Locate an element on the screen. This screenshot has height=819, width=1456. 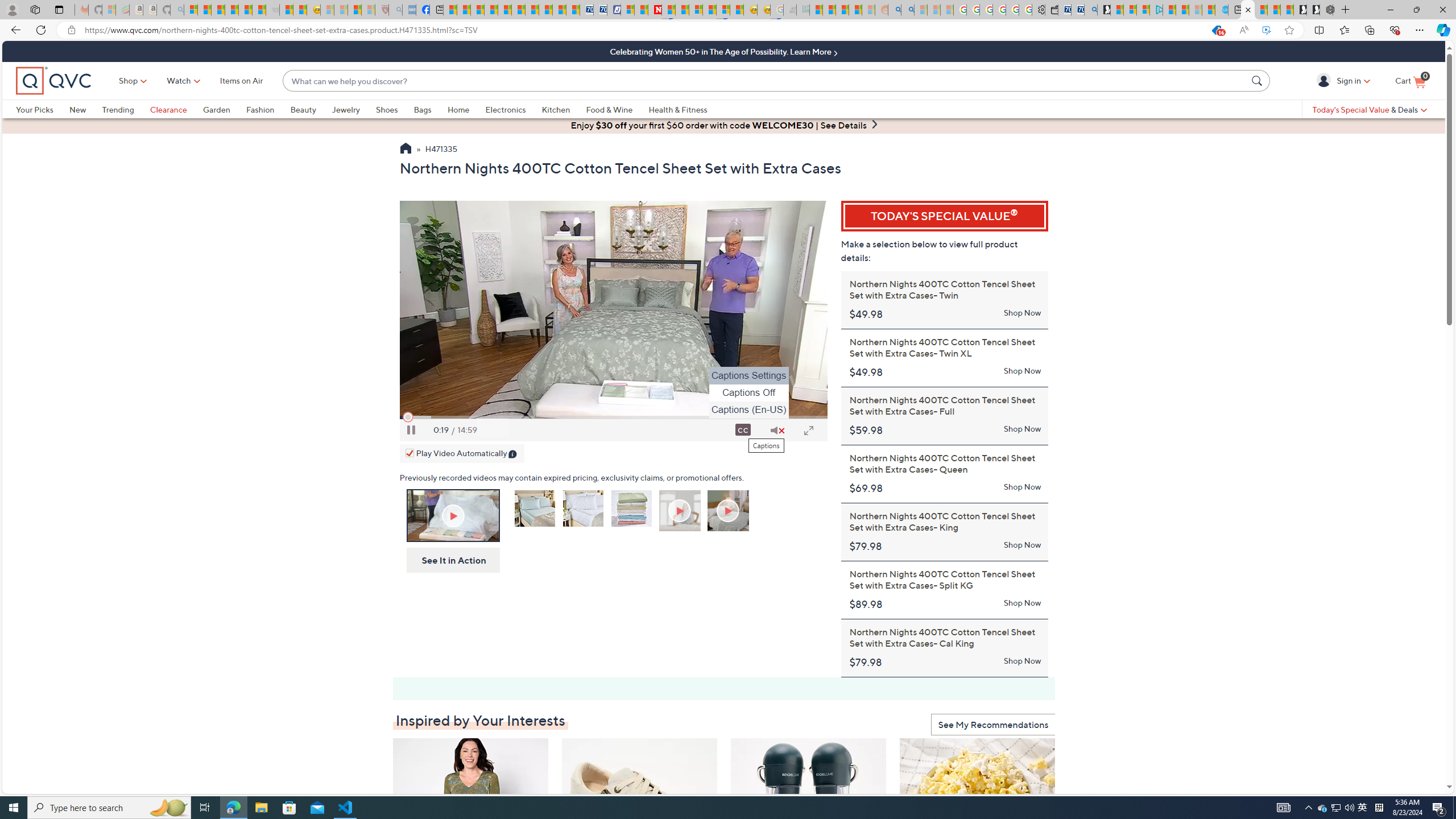
'Garden' is located at coordinates (224, 109).